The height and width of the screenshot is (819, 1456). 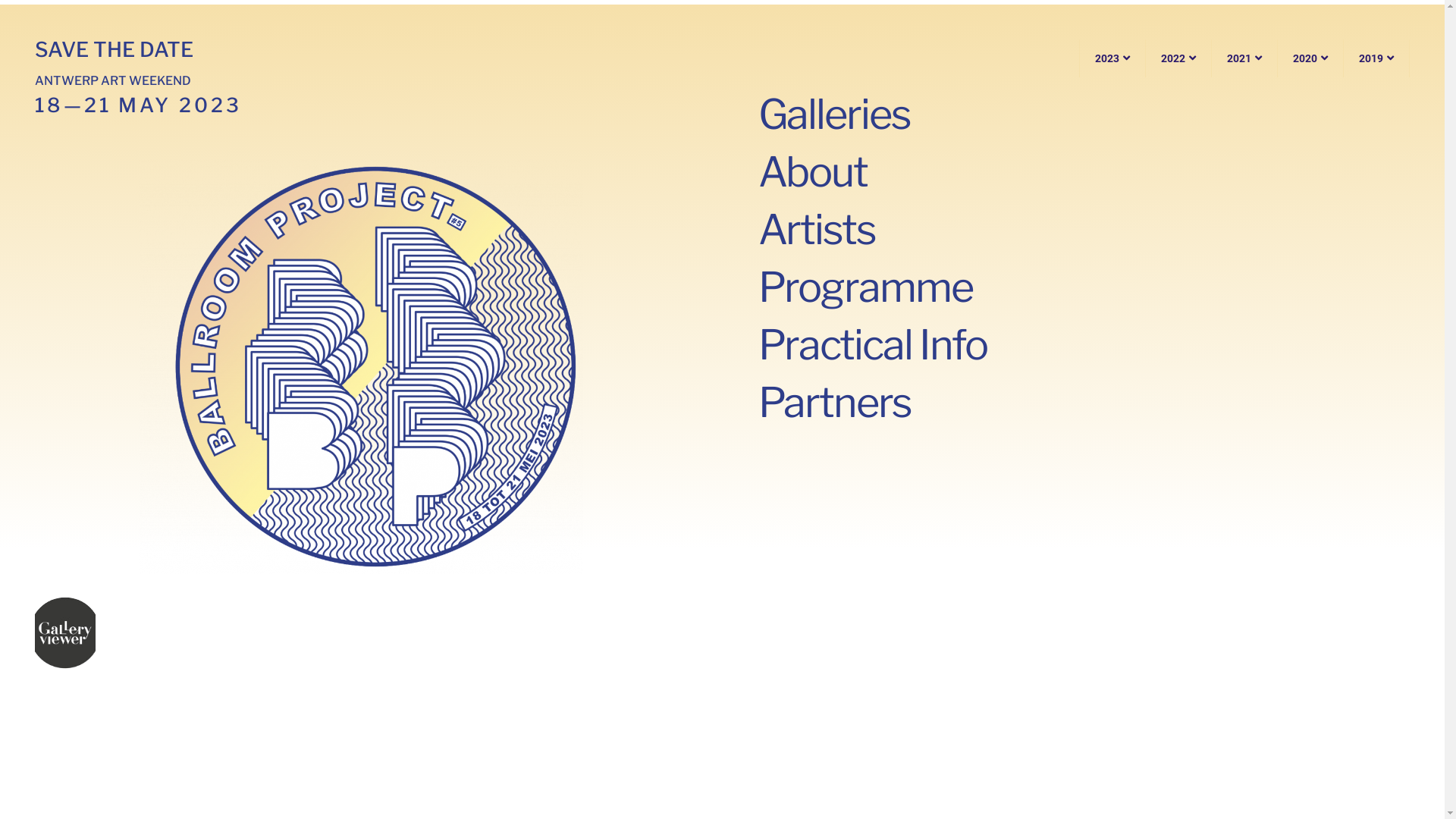 What do you see at coordinates (833, 402) in the screenshot?
I see `'Partners'` at bounding box center [833, 402].